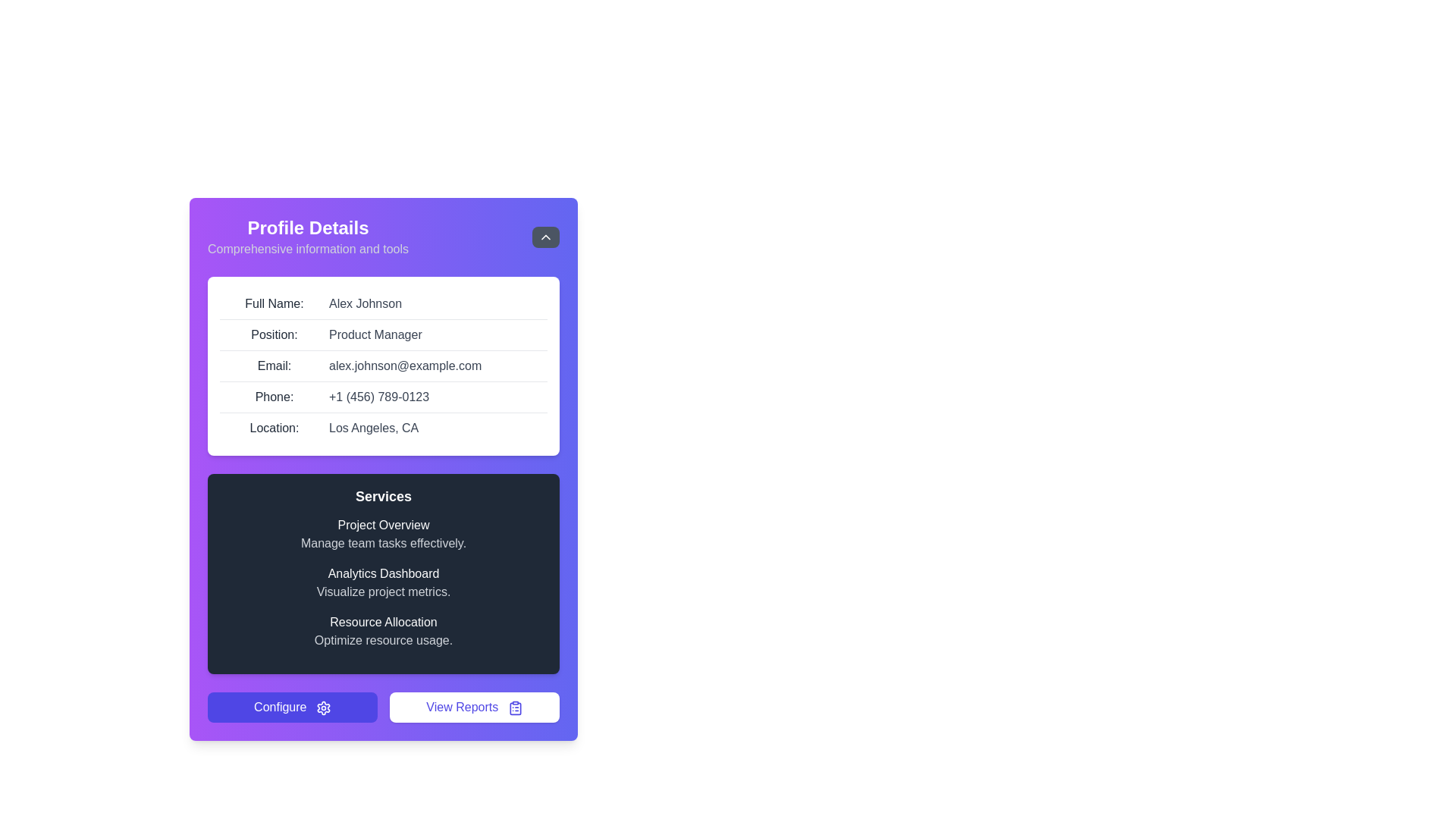  What do you see at coordinates (383, 534) in the screenshot?
I see `the informational text block located under the 'Services' section, directly beneath the title 'Services' and above 'Analytics Dashboard'` at bounding box center [383, 534].